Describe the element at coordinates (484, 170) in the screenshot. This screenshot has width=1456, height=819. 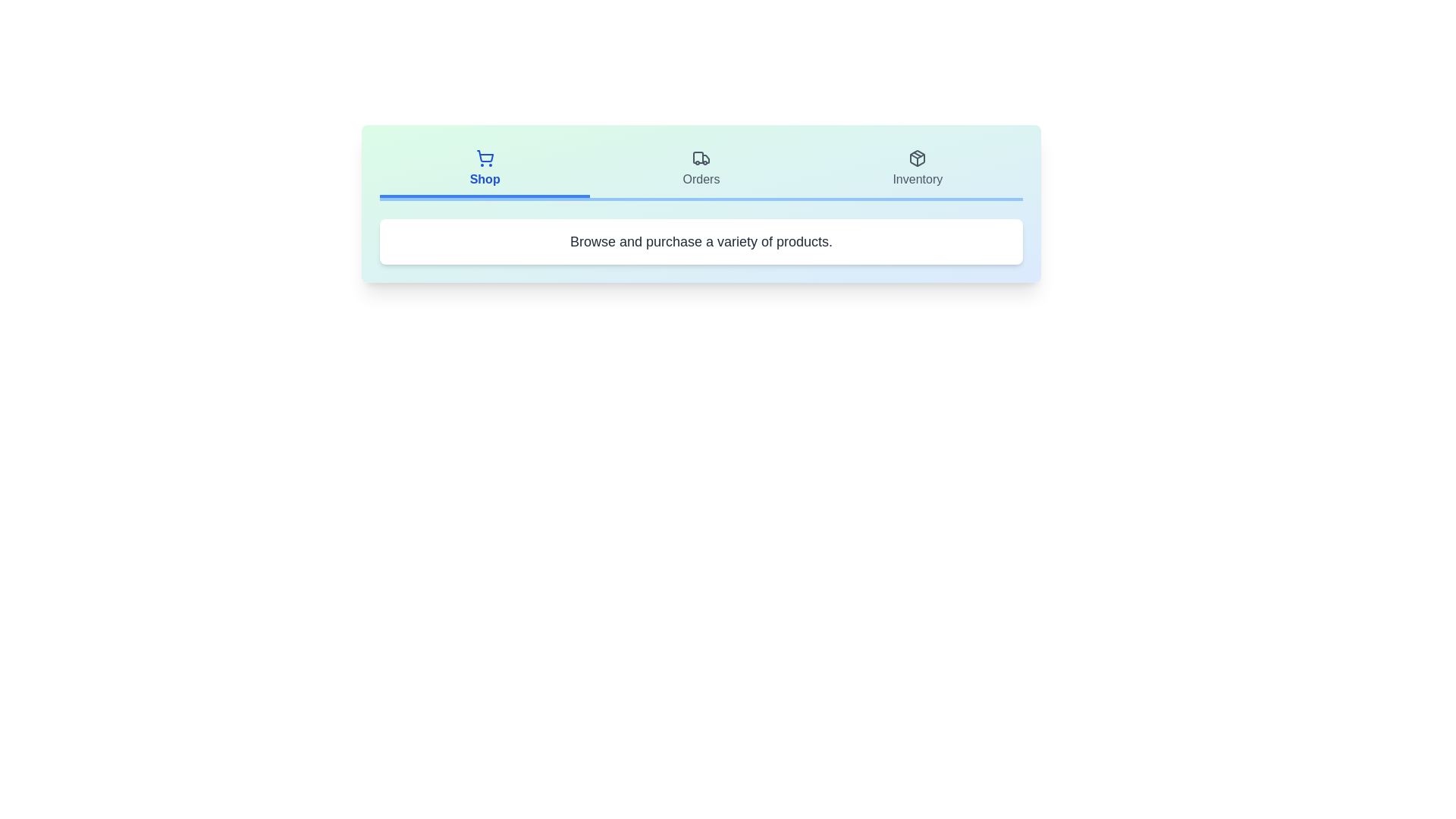
I see `the Shop tab` at that location.